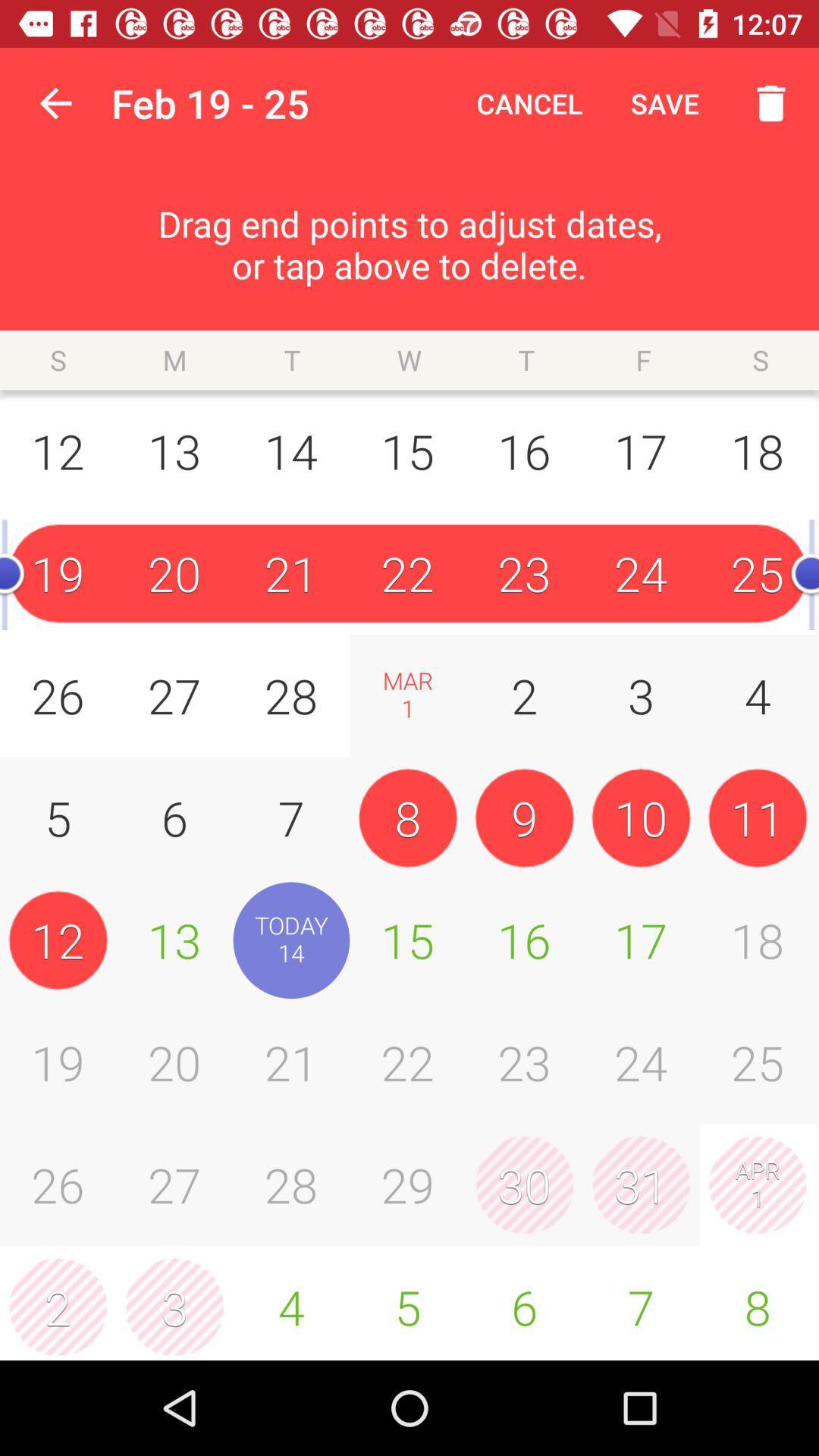 The image size is (819, 1456). Describe the element at coordinates (55, 102) in the screenshot. I see `the icon next to the edit period item` at that location.